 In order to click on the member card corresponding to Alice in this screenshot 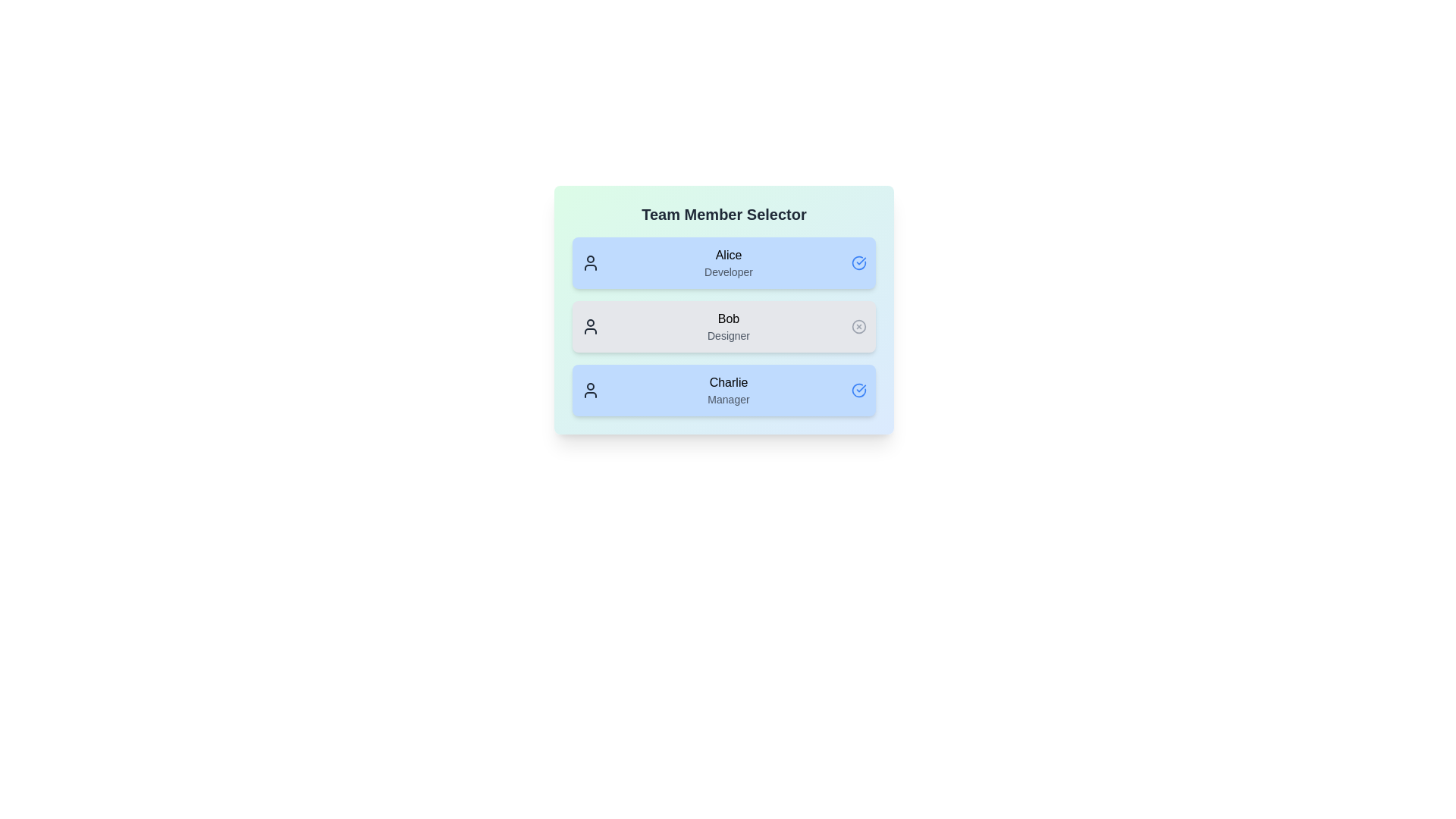, I will do `click(723, 262)`.